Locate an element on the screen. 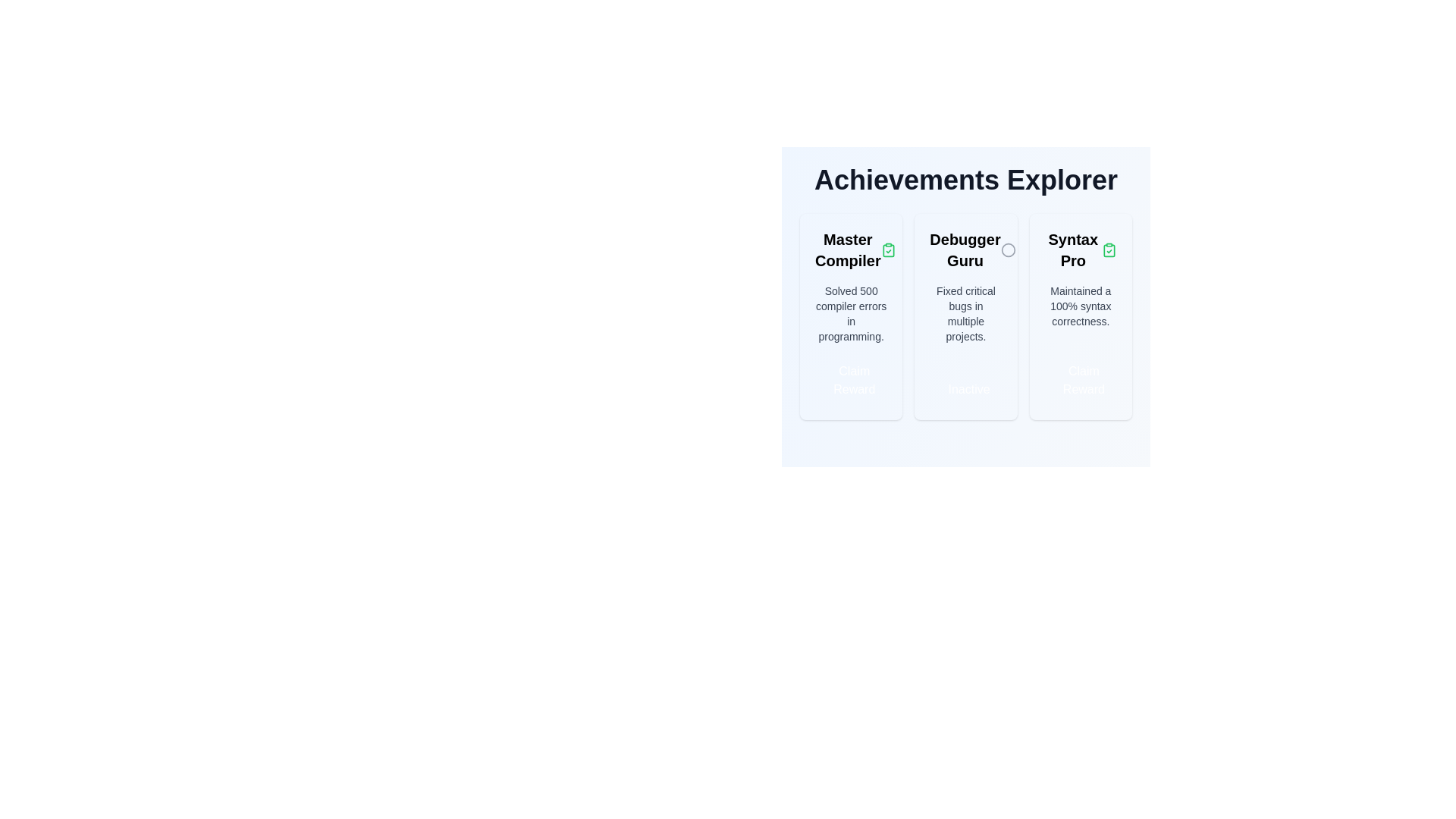 Image resolution: width=1456 pixels, height=819 pixels. the static text element providing achievement details about maintaining perfect syntax correctness, located within the 'Syntax Pro' card, below the card title and above the claim reward button is located at coordinates (1080, 306).